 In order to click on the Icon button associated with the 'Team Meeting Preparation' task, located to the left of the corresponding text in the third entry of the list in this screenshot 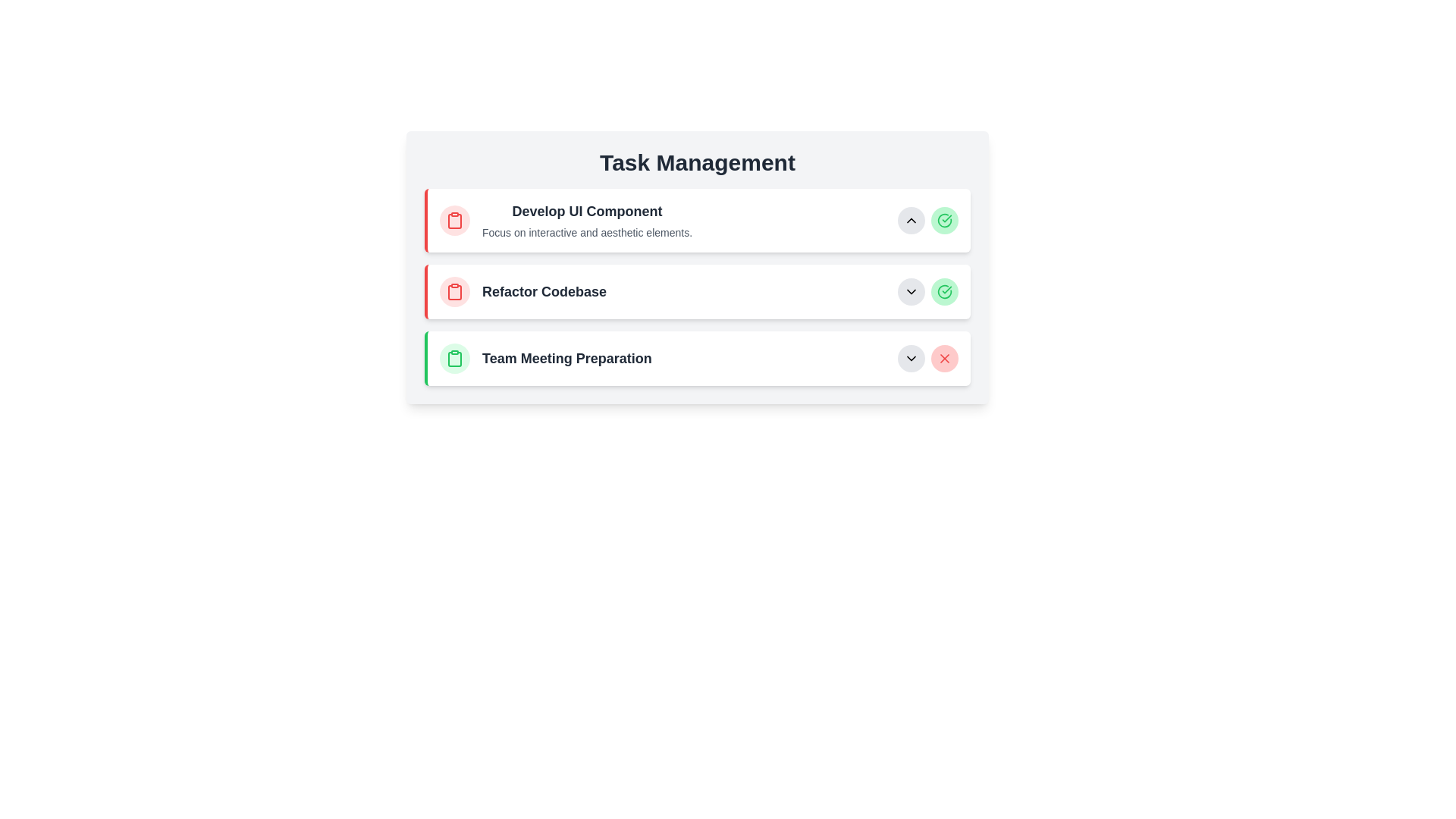, I will do `click(454, 359)`.